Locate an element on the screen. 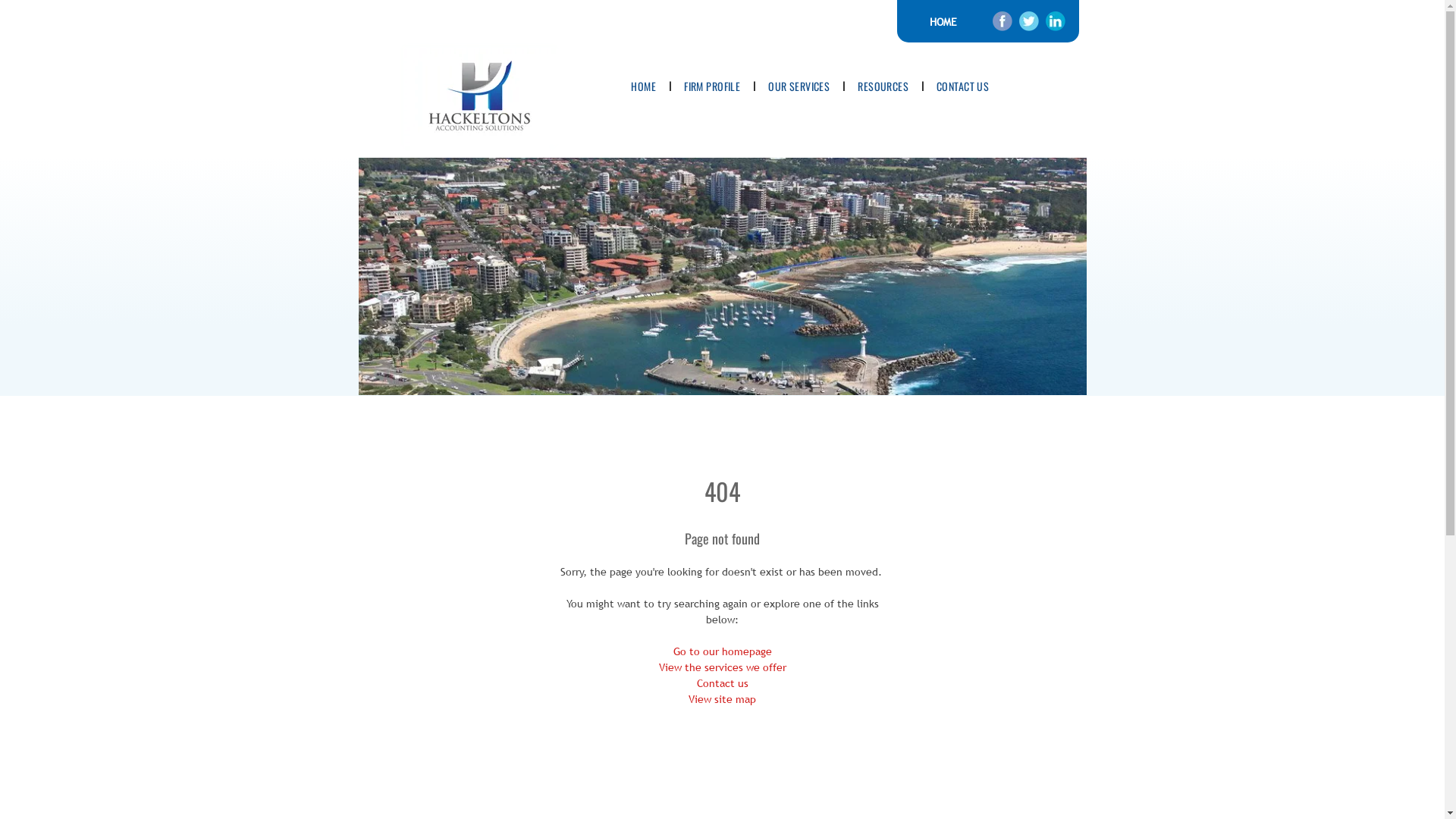 This screenshot has width=1456, height=819. 'OUR SERVICES' is located at coordinates (798, 86).